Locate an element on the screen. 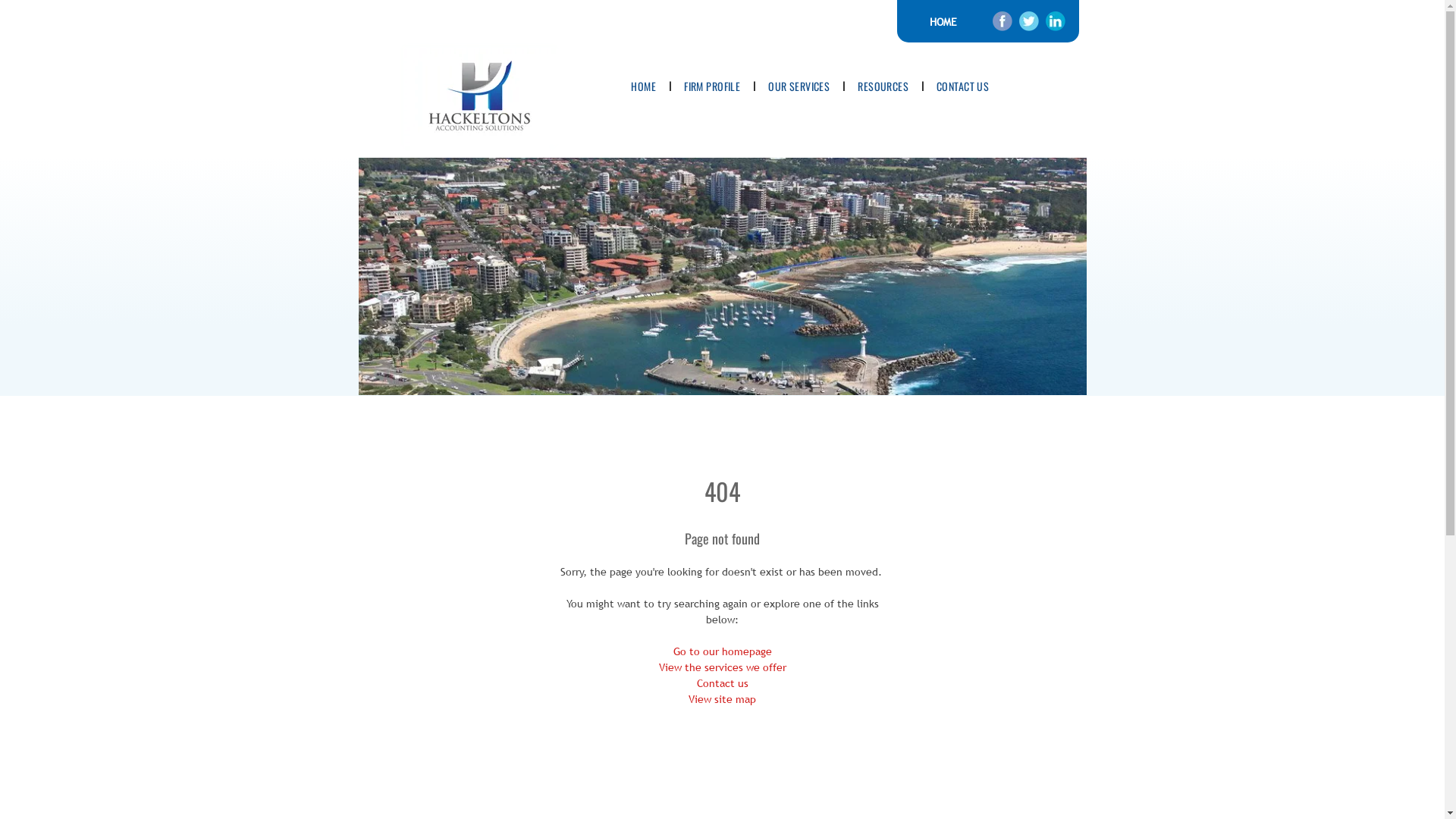 This screenshot has width=1456, height=819. 'OUR SERVICES' is located at coordinates (798, 86).